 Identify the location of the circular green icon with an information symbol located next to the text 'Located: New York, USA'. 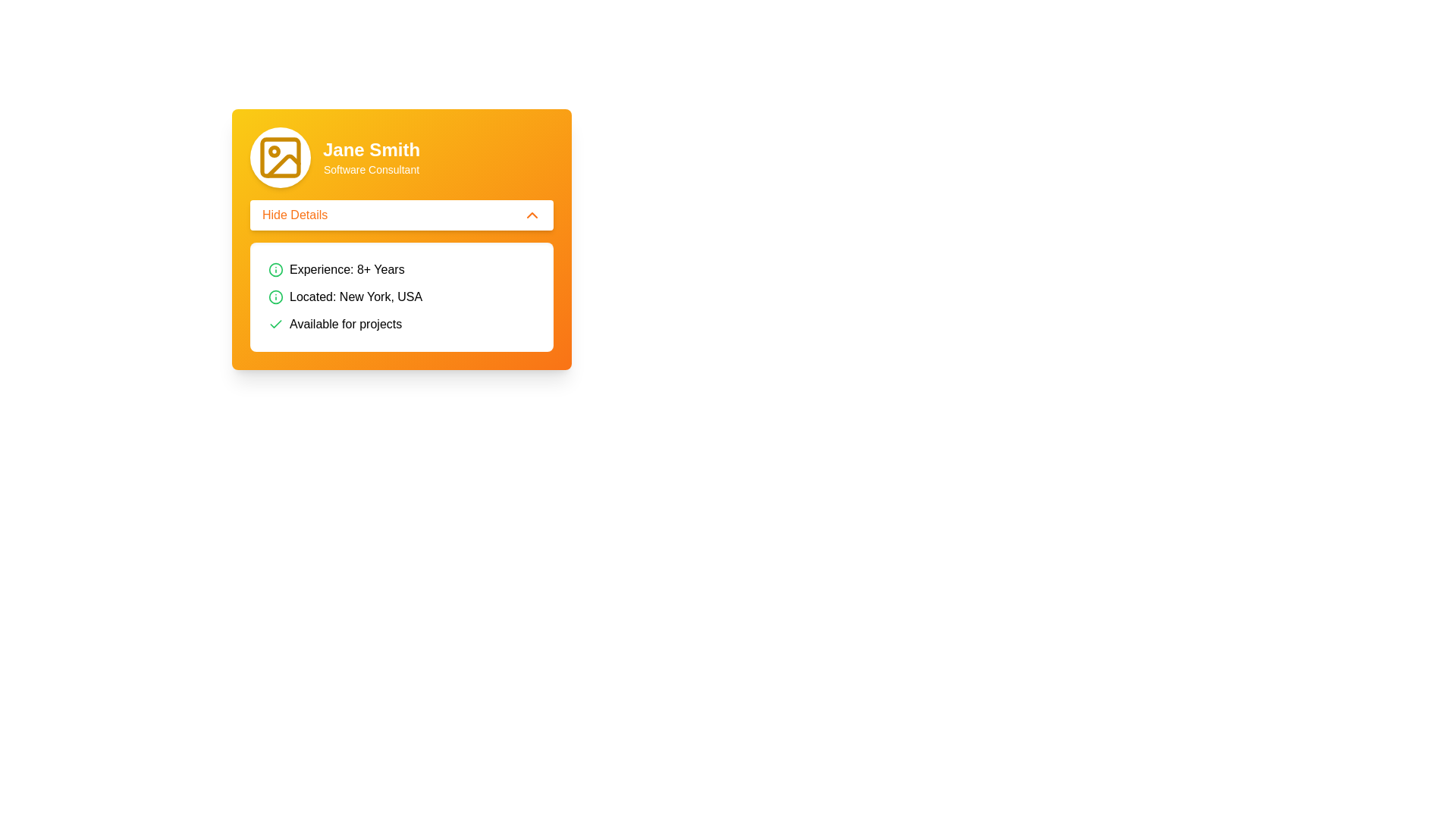
(401, 297).